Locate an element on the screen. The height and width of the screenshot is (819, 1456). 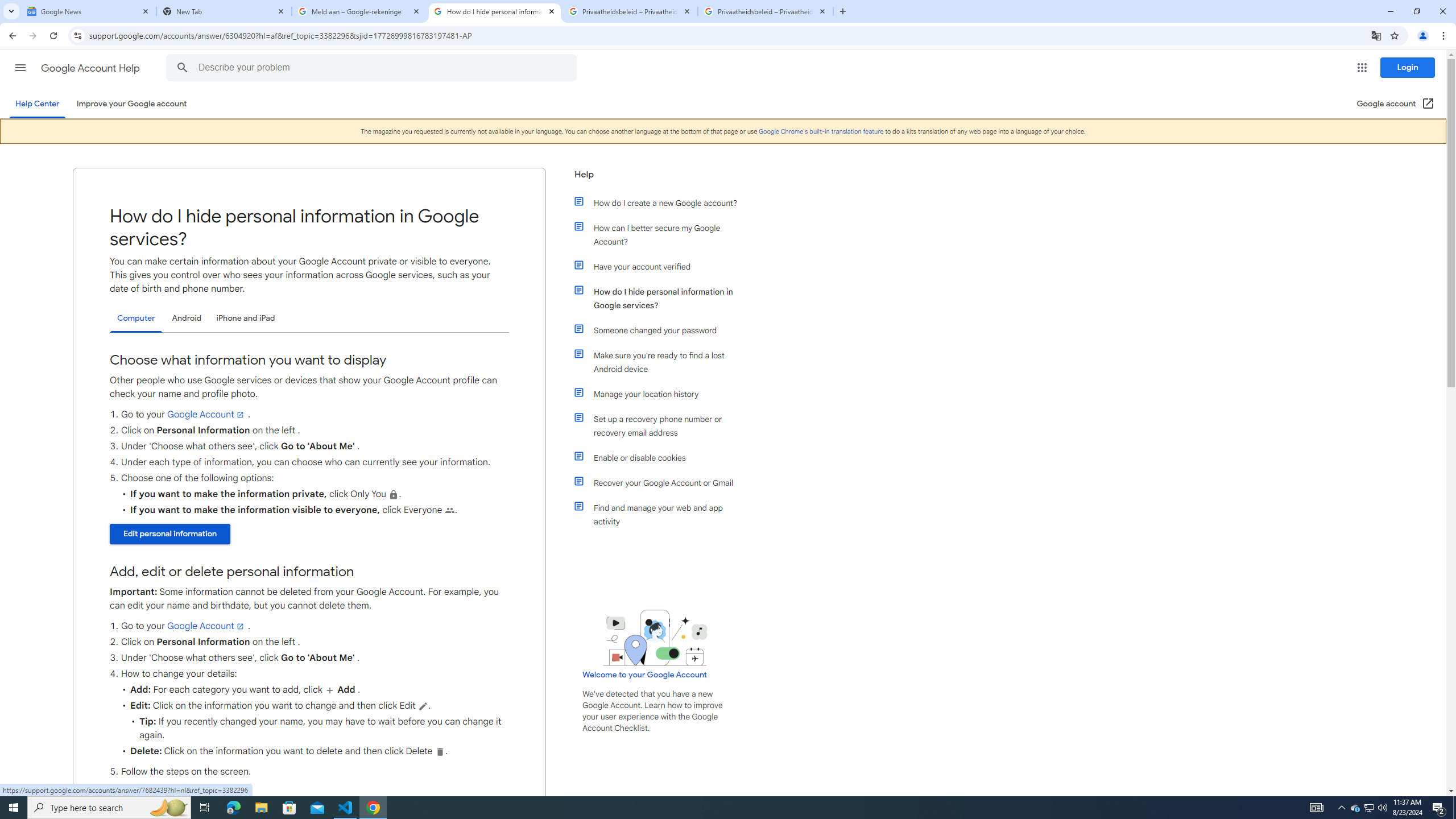
'Welcome to your Google Account' is located at coordinates (644, 673).